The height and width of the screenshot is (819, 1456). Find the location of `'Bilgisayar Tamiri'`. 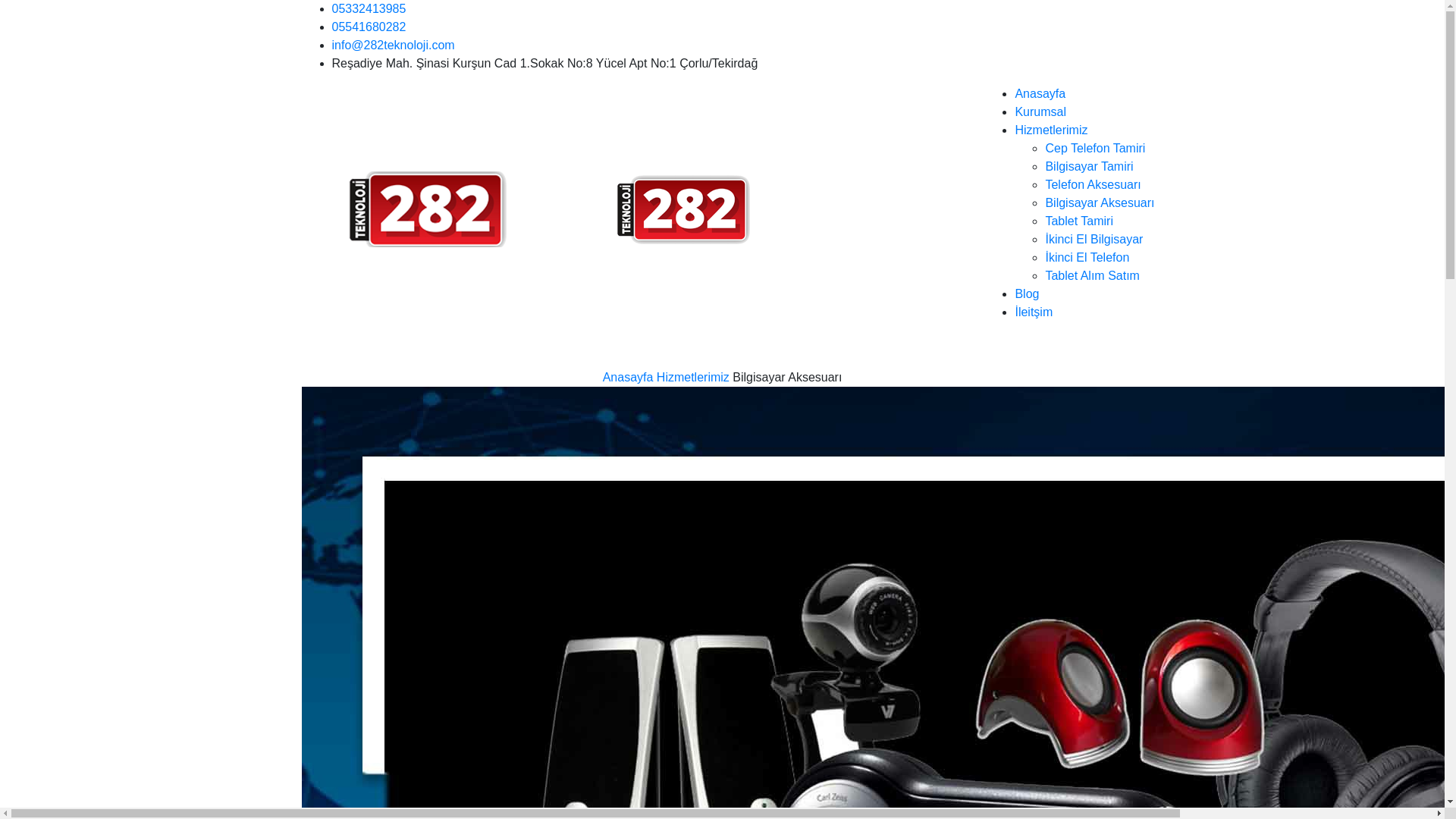

'Bilgisayar Tamiri' is located at coordinates (1087, 166).